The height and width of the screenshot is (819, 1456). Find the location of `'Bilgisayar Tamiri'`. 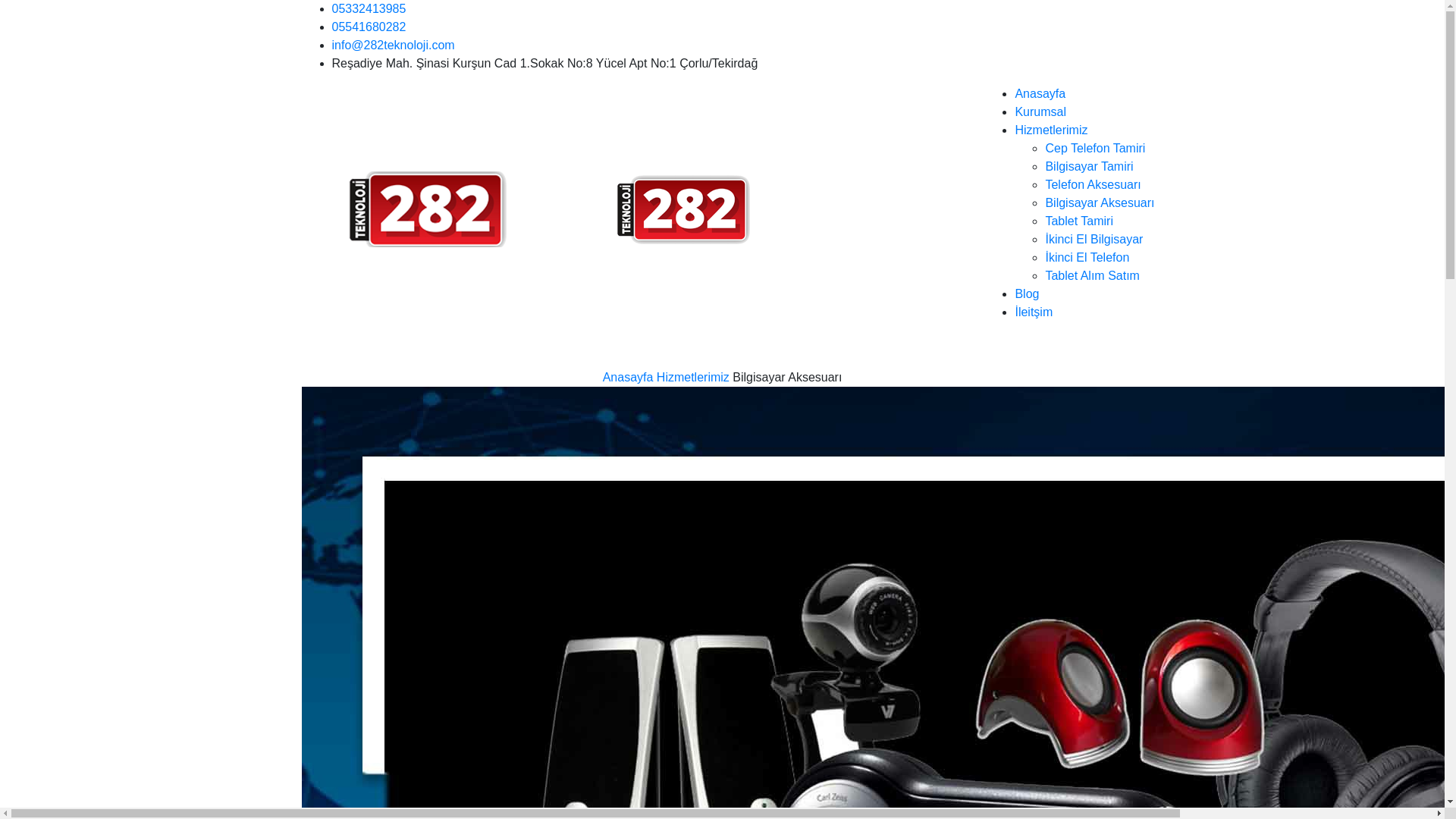

'Bilgisayar Tamiri' is located at coordinates (1087, 166).